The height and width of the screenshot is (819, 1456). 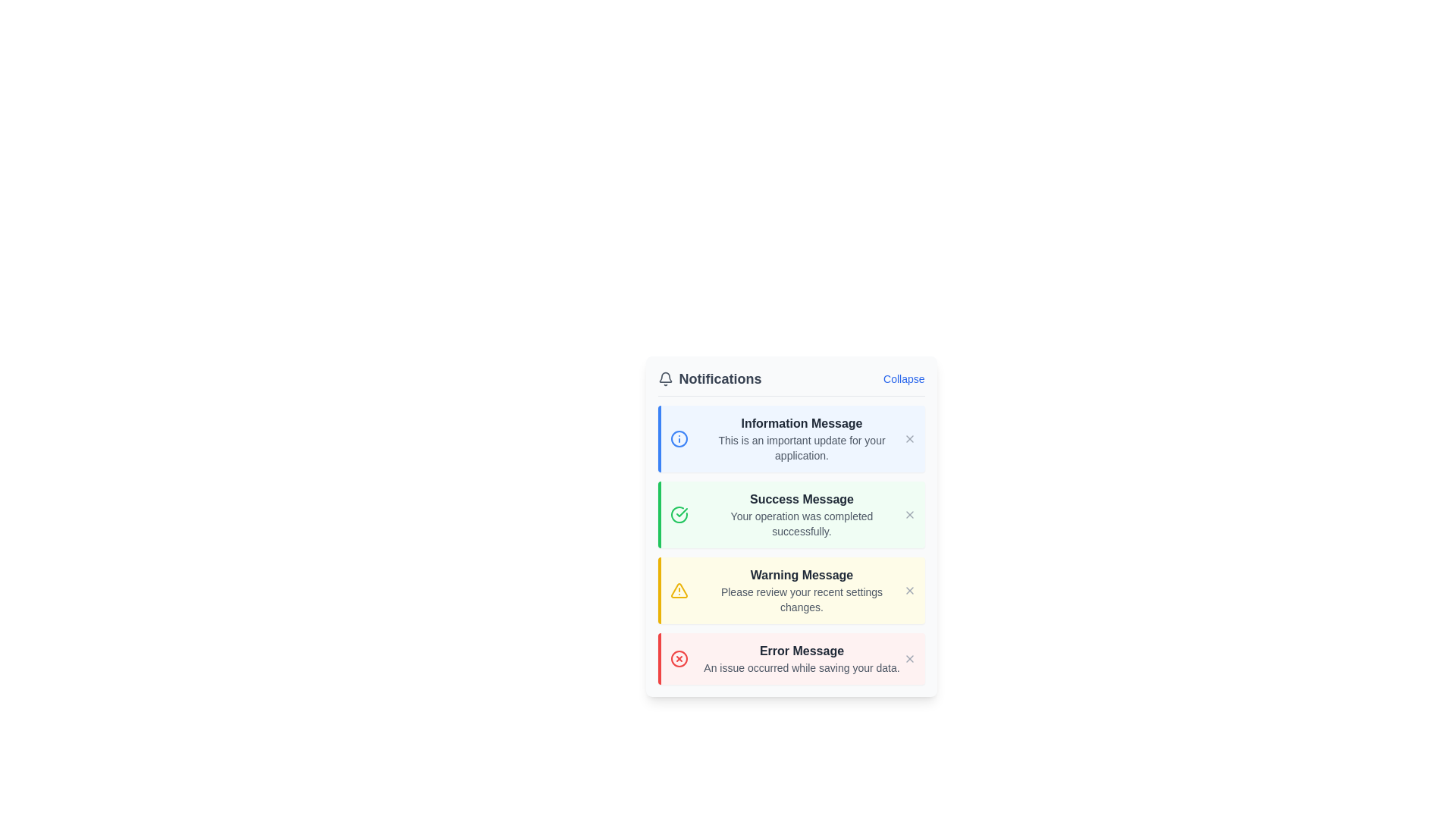 I want to click on confirmation or success message text from the notification component located in the center of a green-bordered notification card situated between the blue 'Information Message' card and the yellow 'Warning Message' card, so click(x=801, y=513).